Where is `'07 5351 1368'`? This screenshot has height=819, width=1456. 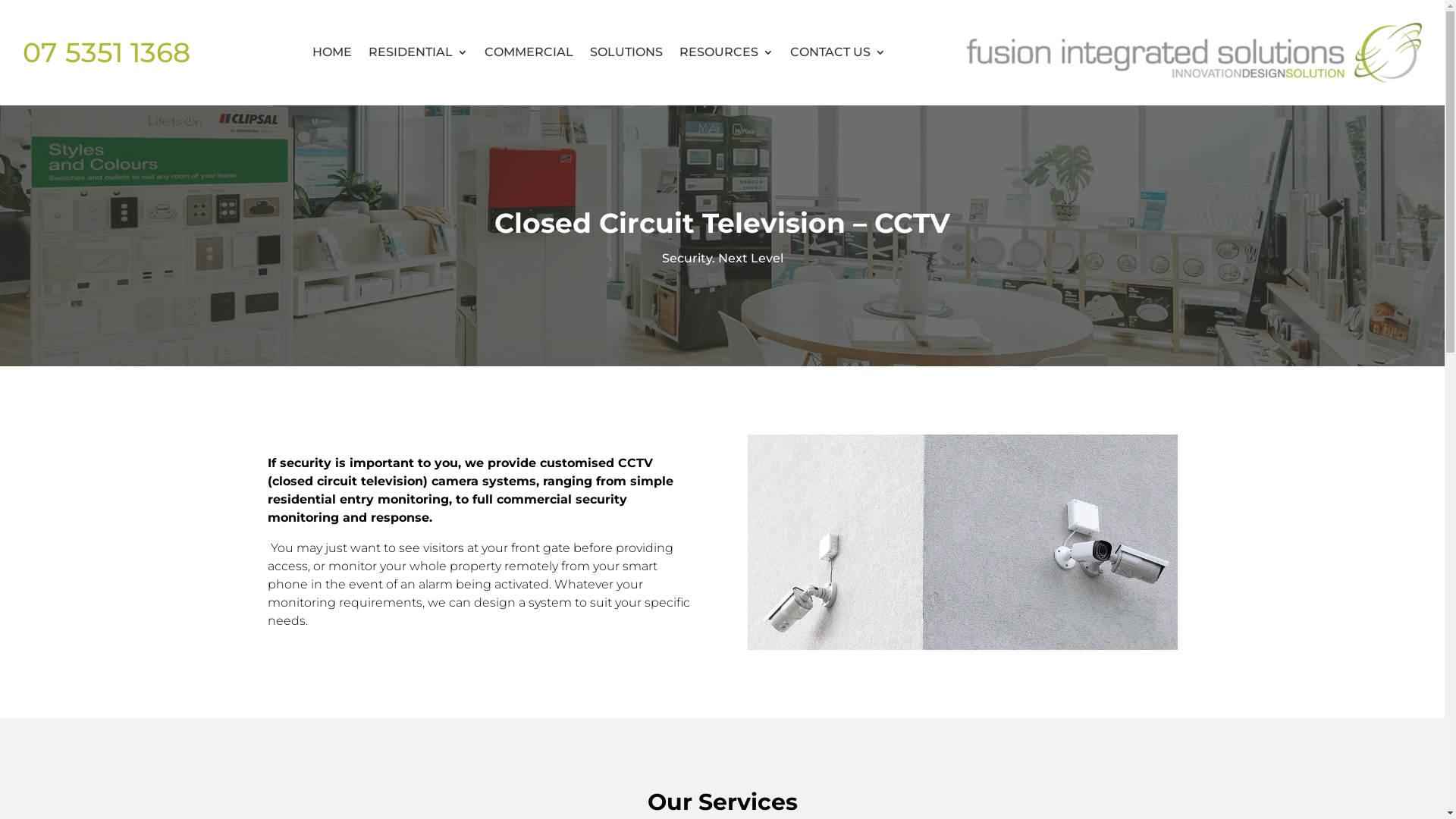
'07 5351 1368' is located at coordinates (105, 52).